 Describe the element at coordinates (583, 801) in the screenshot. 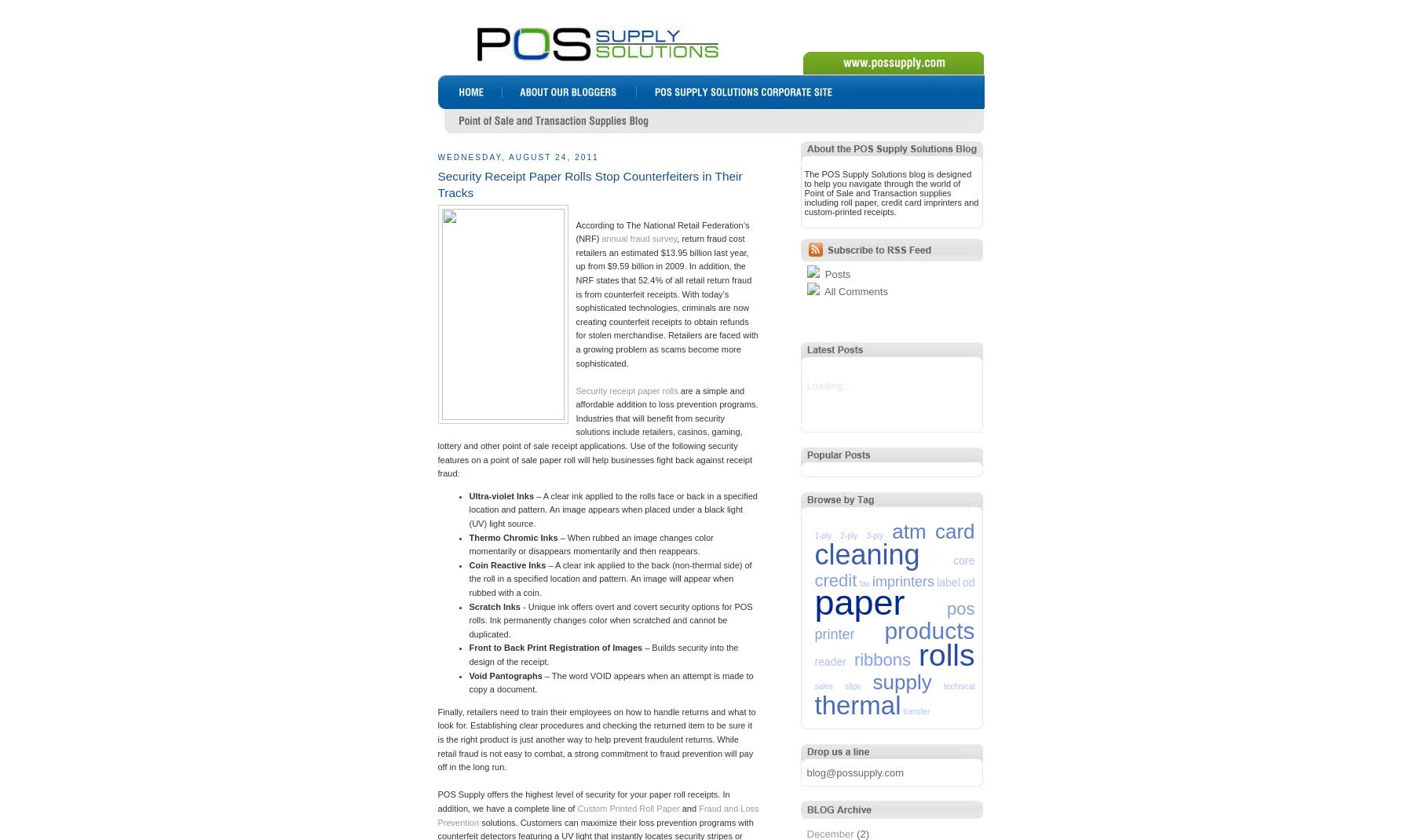

I see `'POS Supply offers the highest level of security for your paper roll receipts. In addition, we have a complete line of'` at that location.